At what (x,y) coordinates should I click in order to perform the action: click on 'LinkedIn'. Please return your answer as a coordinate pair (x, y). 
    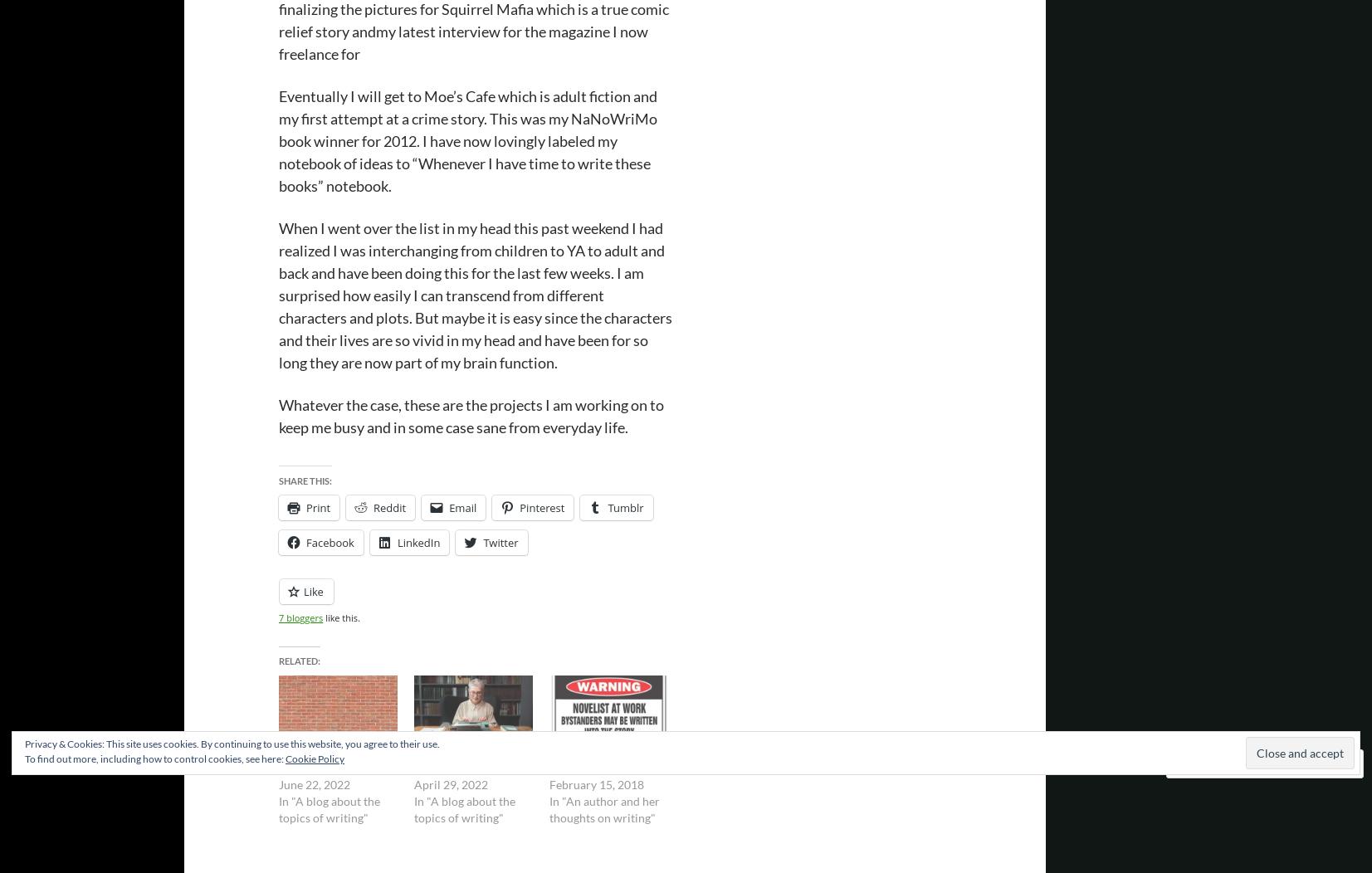
    Looking at the image, I should click on (417, 543).